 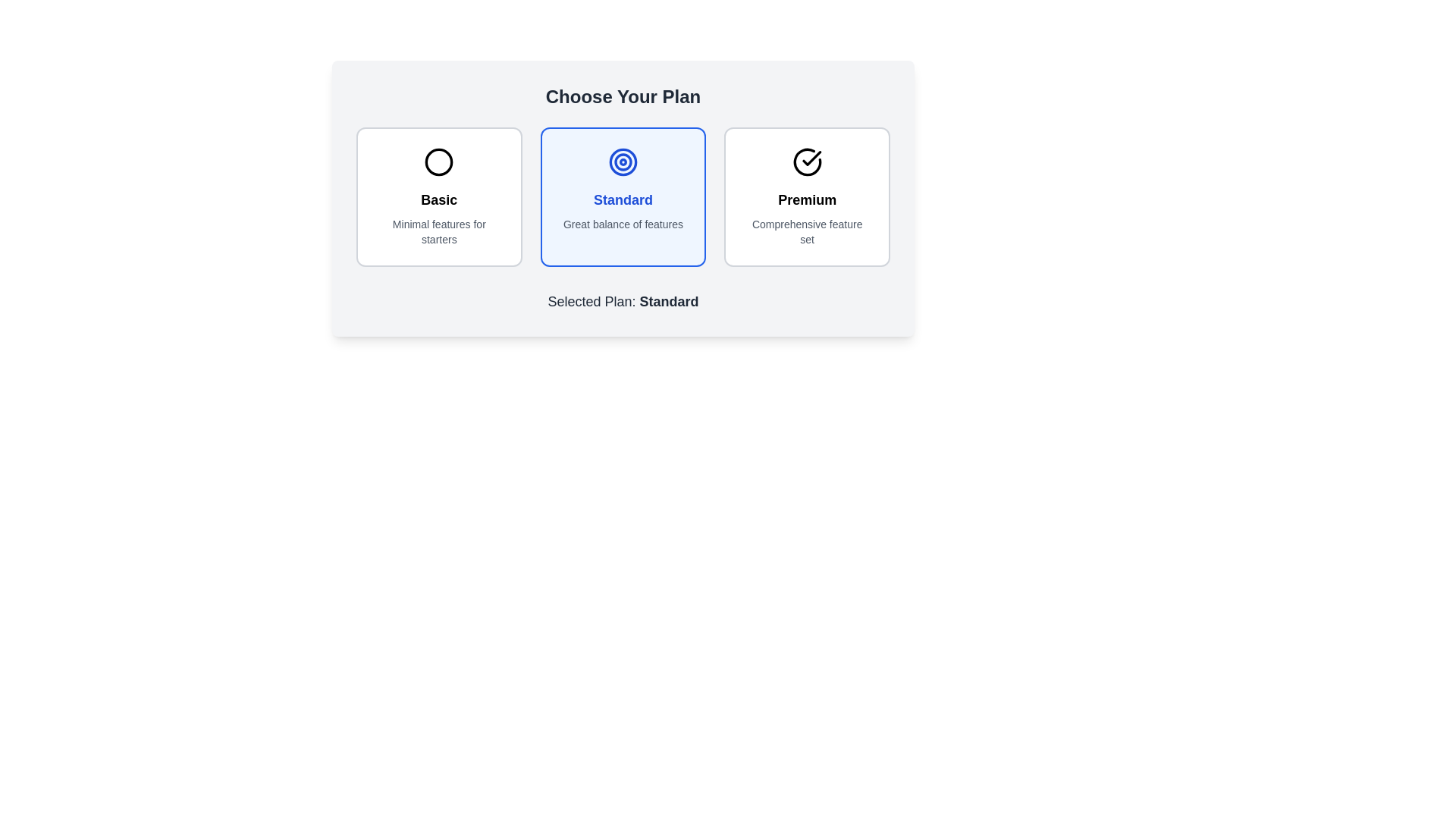 I want to click on the Static Text element displaying 'Standard' which is part of the phrase 'Selected Plan: Standard', positioned below the section title 'Choose Your Plan', so click(x=668, y=301).